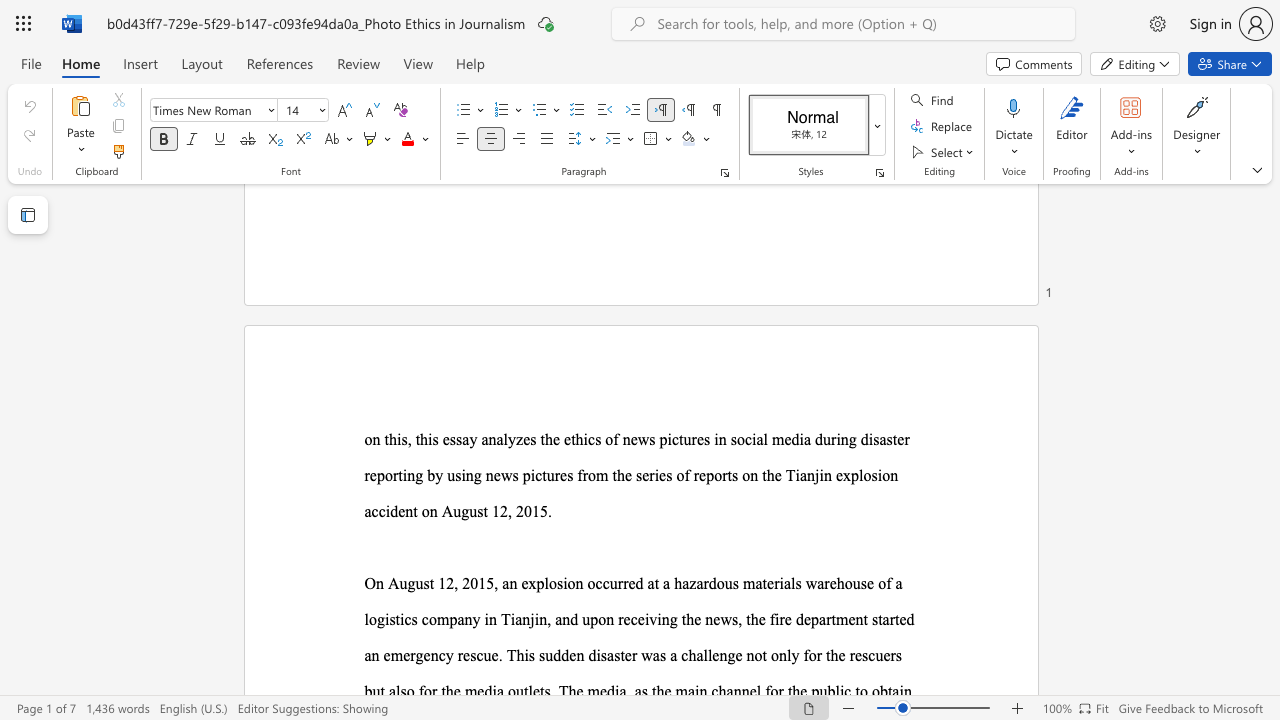  What do you see at coordinates (790, 438) in the screenshot?
I see `the subset text "dia during disaster reporting by using news pictures from the series of reports on the Tianjin explosion acciden" within the text "analyzes the ethics of news pictures in social media during disaster reporting by using news pictures from the series of reports on the Tianjin explosion accident on August 12, 2015."` at bounding box center [790, 438].